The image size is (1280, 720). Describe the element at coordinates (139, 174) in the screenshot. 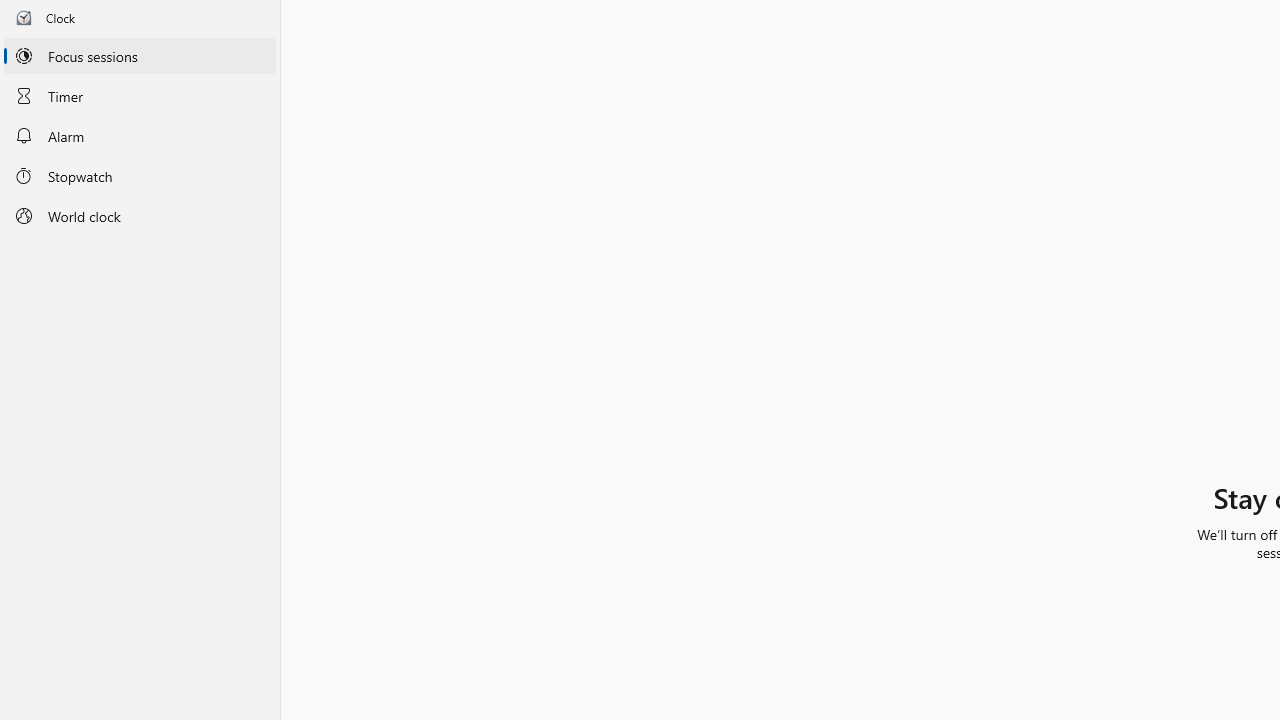

I see `'Stopwatch'` at that location.